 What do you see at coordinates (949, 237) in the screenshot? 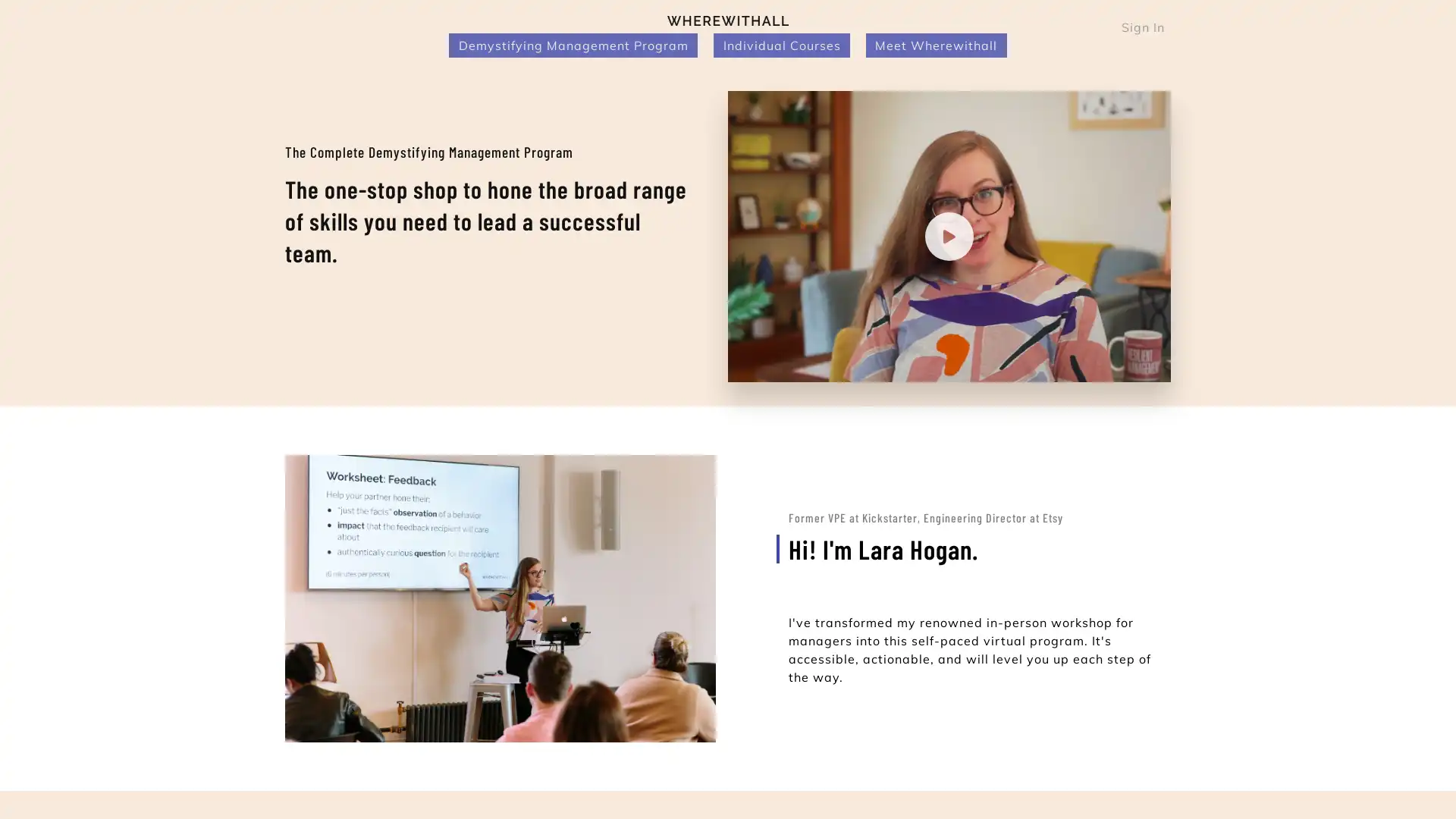
I see `Play video` at bounding box center [949, 237].